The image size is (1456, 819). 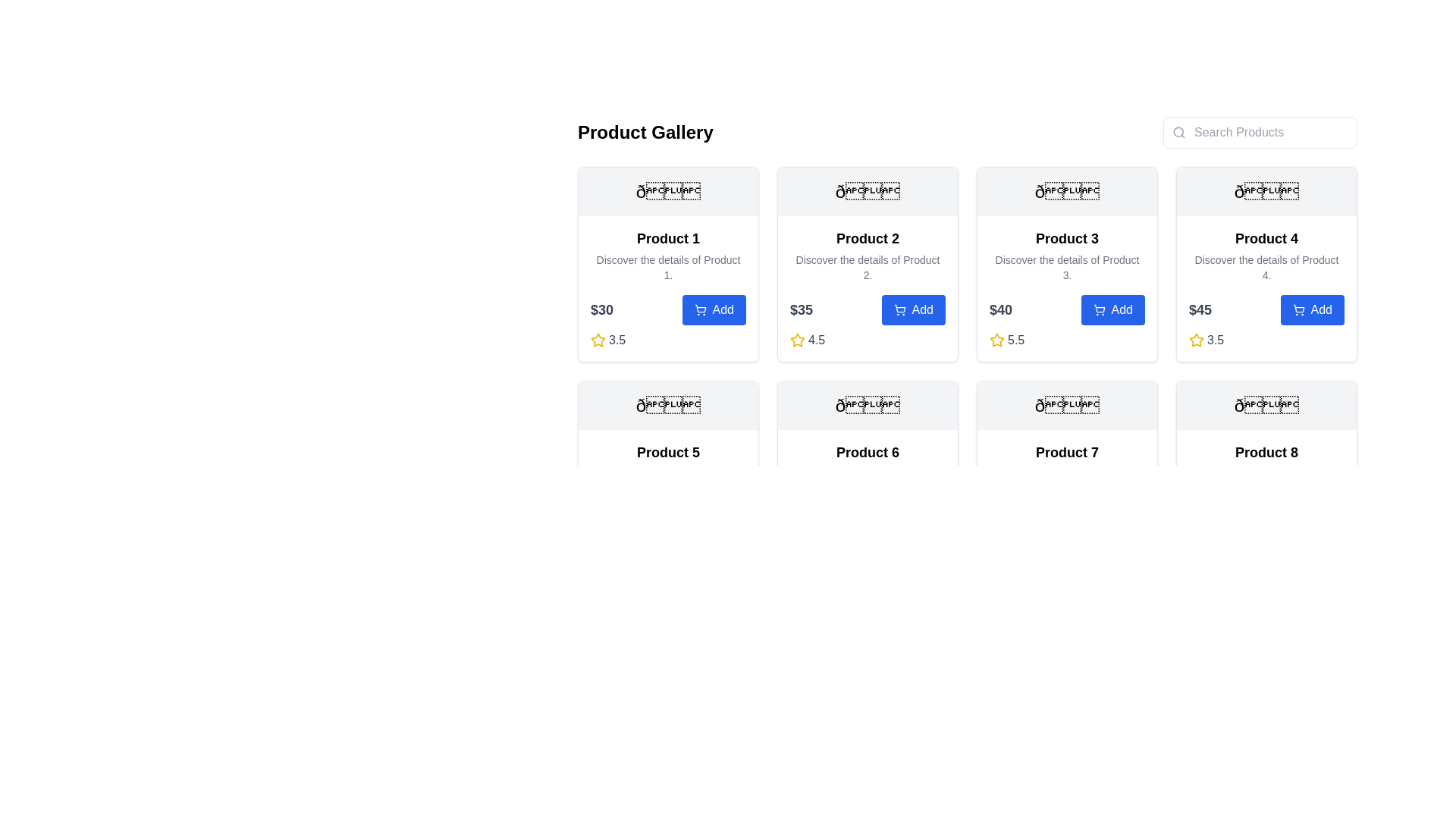 I want to click on the shopping cart icon within the 'Add' button, which features a blue background and white text, located at the bottom section of the product card, so click(x=699, y=309).